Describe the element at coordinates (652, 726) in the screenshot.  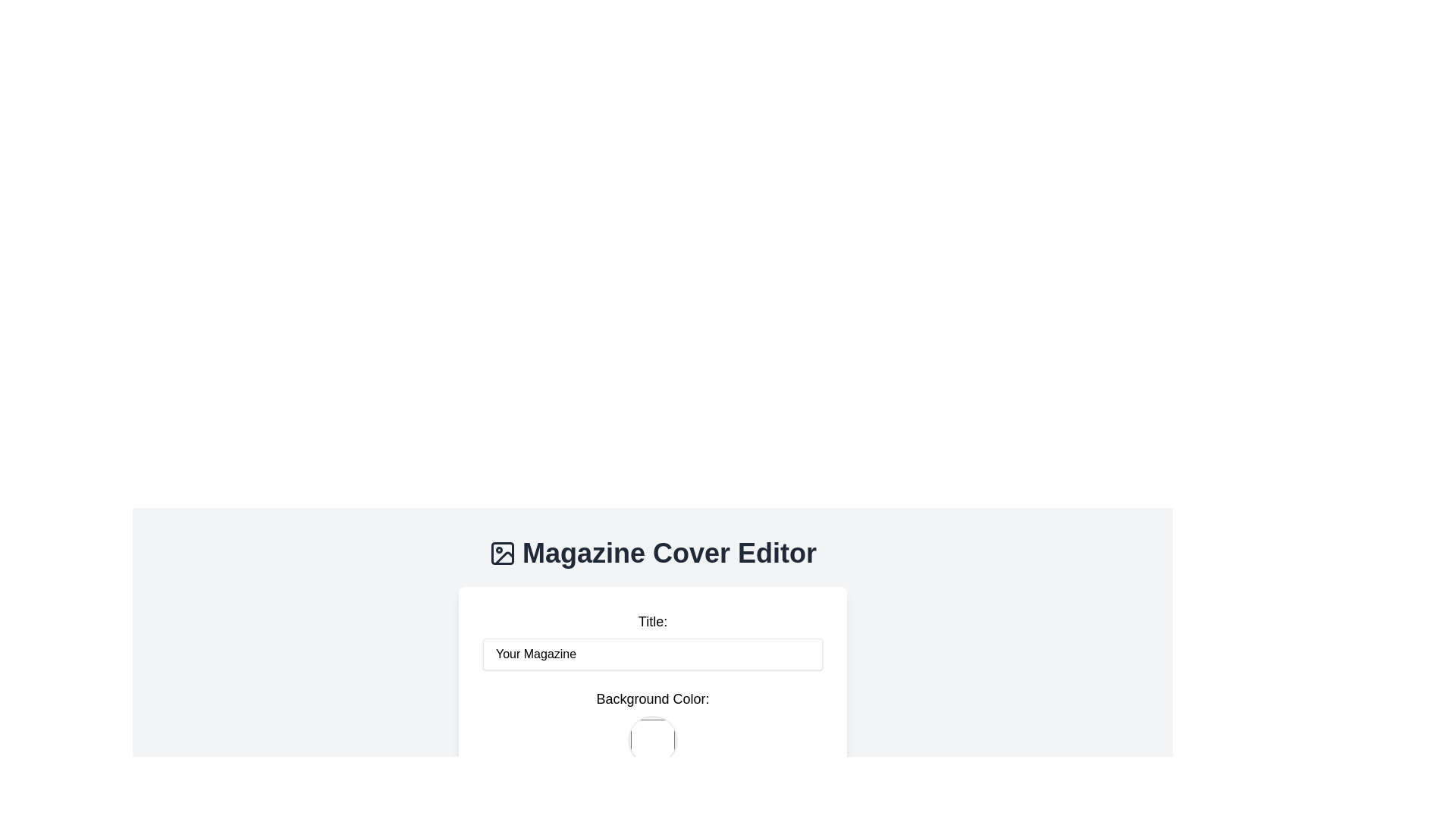
I see `the circular color selection interface of the Color Picker labeled 'Background Color:'` at that location.